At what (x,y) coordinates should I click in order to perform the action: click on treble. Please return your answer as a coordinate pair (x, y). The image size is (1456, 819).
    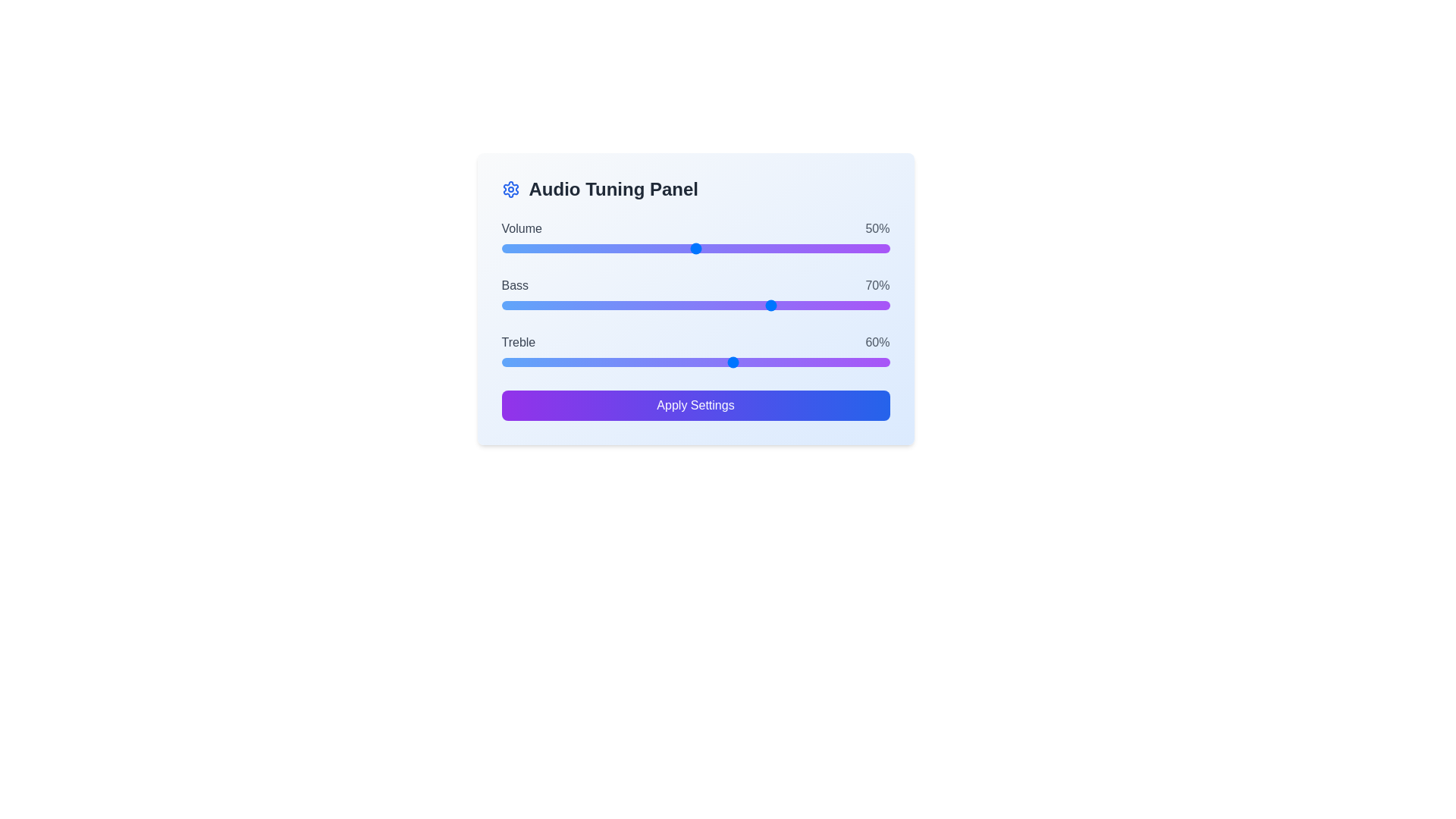
    Looking at the image, I should click on (761, 362).